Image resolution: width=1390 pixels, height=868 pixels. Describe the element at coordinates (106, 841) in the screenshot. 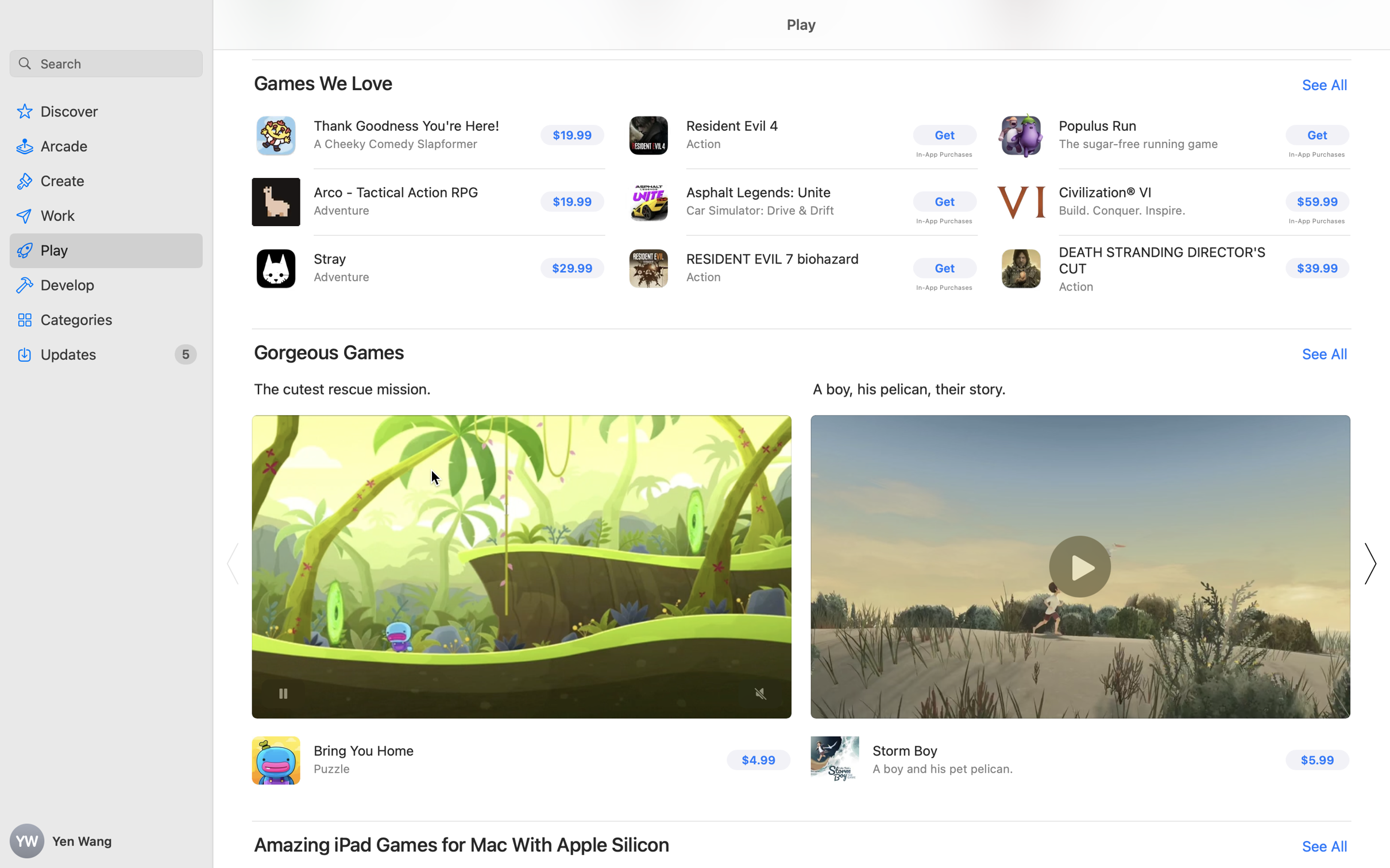

I see `'Yen Wang'` at that location.